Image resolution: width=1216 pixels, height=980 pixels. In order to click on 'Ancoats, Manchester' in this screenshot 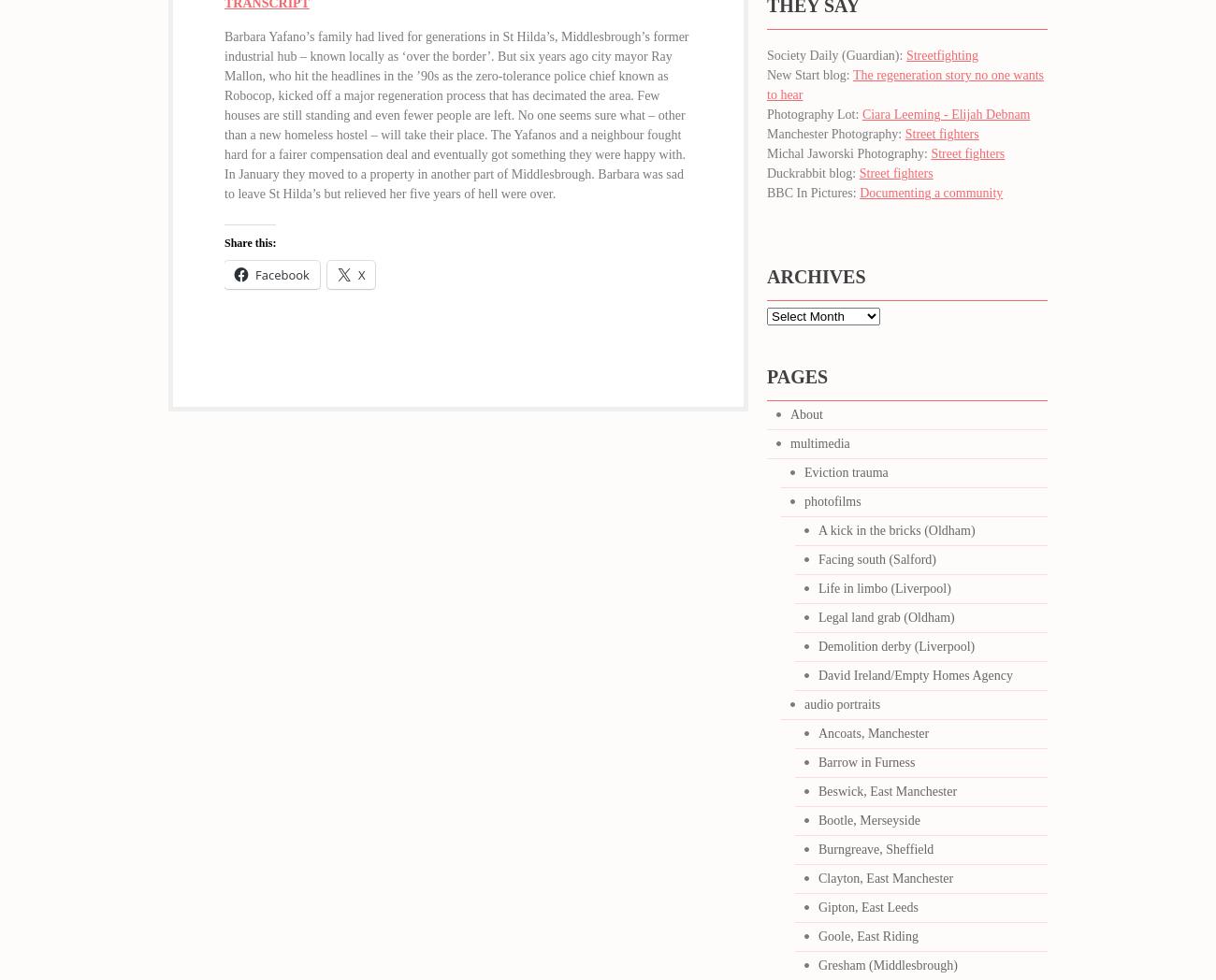, I will do `click(874, 733)`.